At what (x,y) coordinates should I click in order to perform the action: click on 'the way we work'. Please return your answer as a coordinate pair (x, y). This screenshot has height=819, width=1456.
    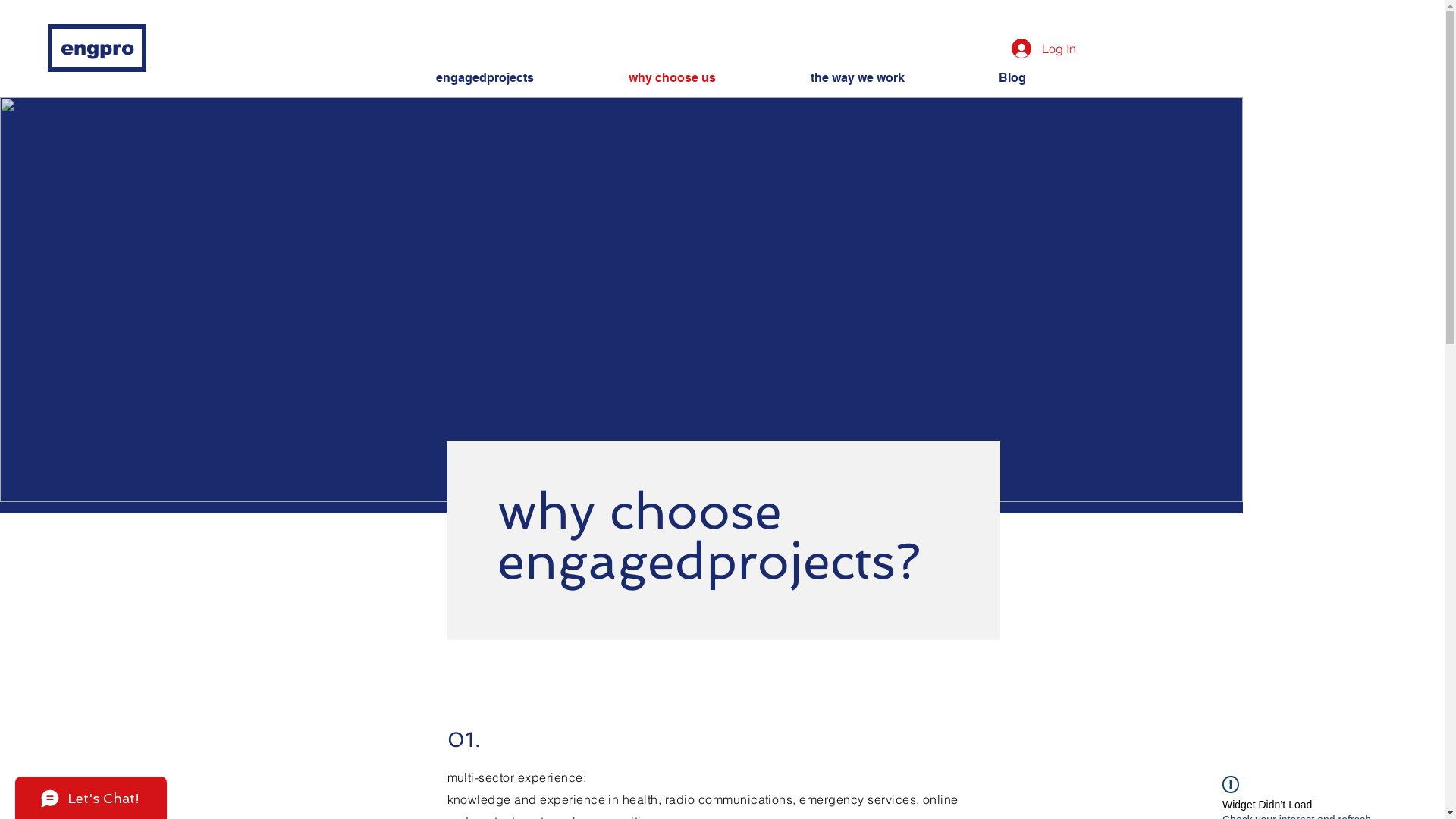
    Looking at the image, I should click on (893, 78).